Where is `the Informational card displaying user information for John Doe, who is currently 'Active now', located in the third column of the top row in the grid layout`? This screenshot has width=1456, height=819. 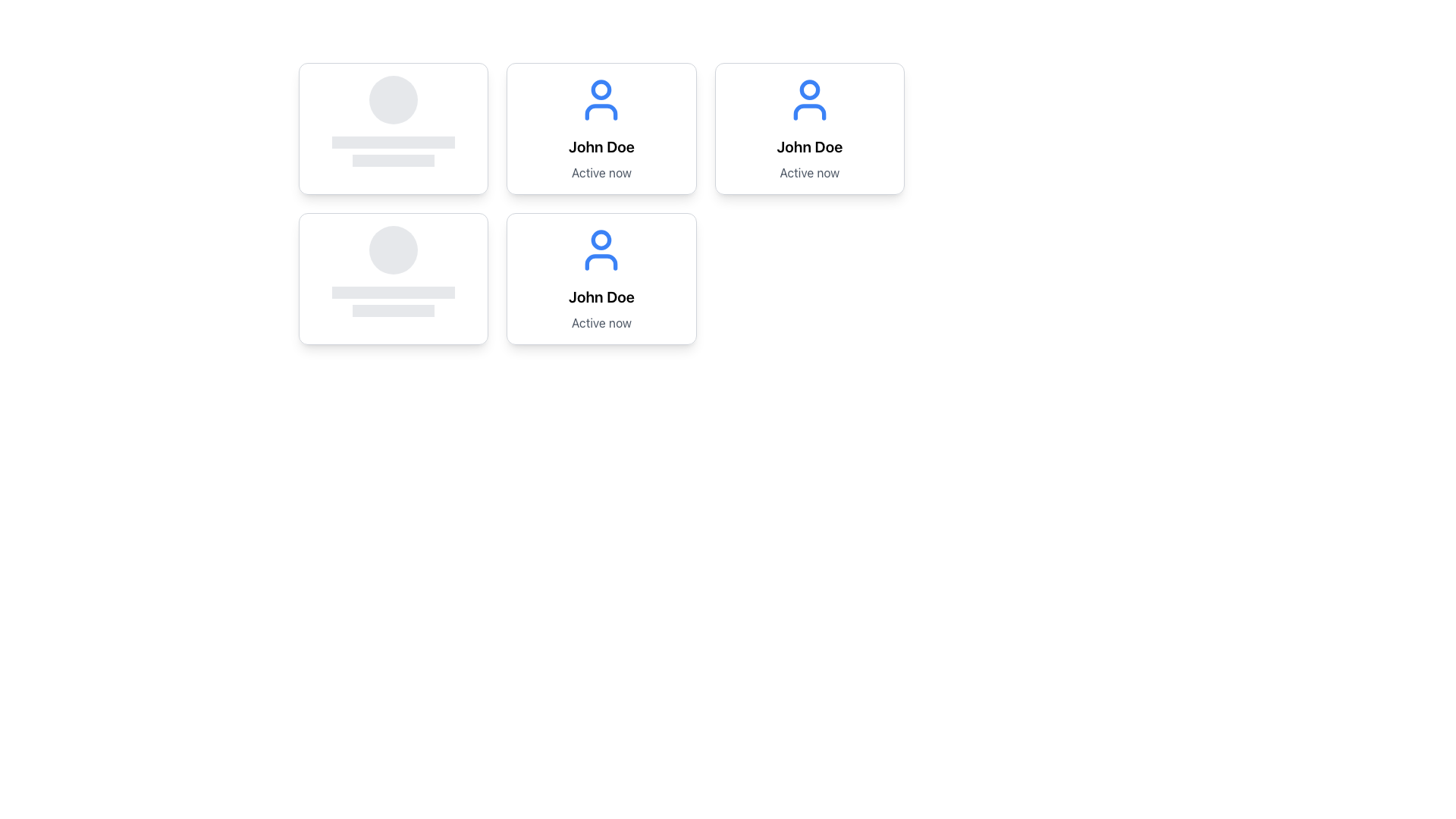
the Informational card displaying user information for John Doe, who is currently 'Active now', located in the third column of the top row in the grid layout is located at coordinates (808, 127).